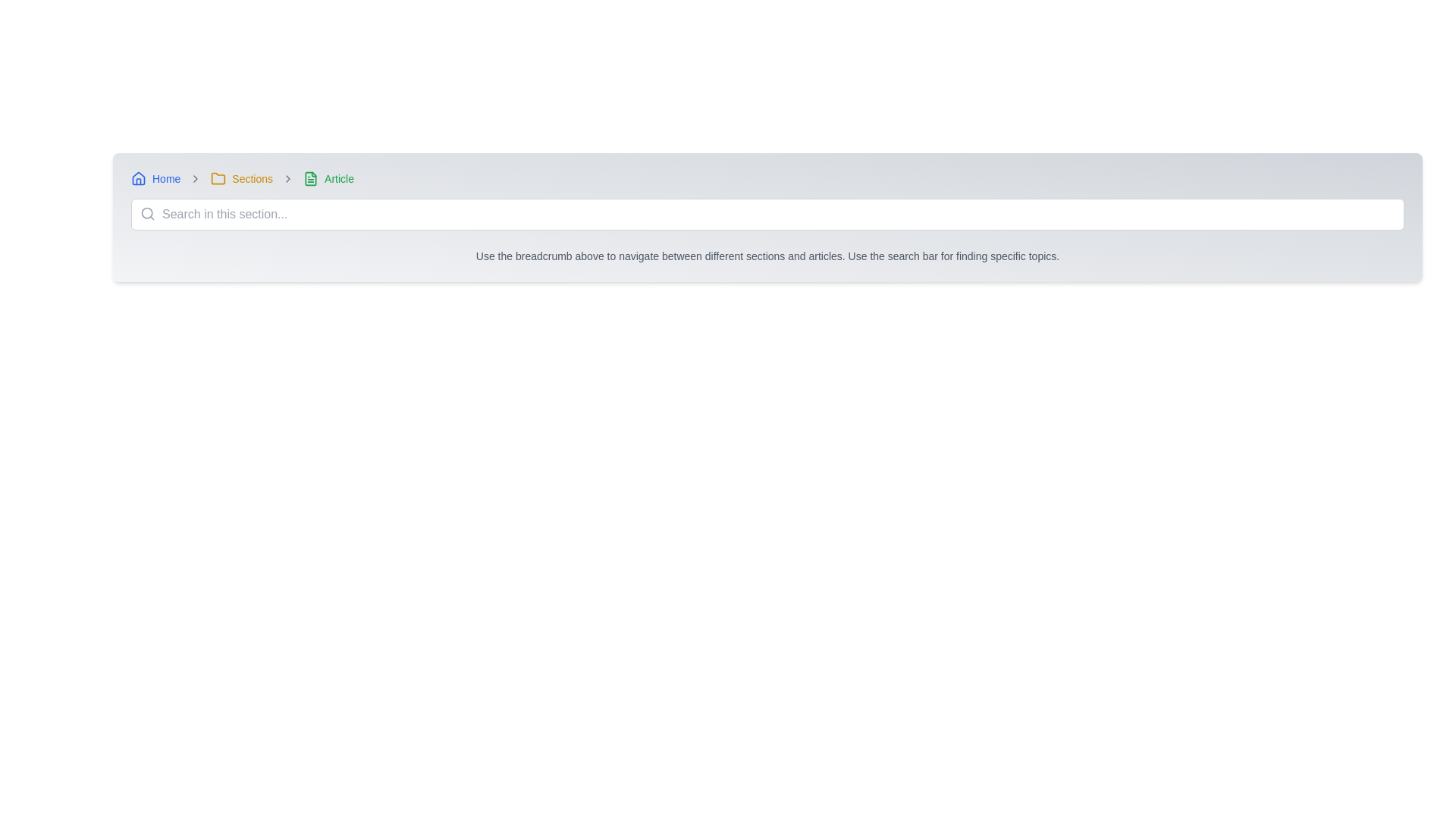 The image size is (1456, 819). What do you see at coordinates (252, 177) in the screenshot?
I see `the 'Sections' clickable text link in the breadcrumb navigation bar` at bounding box center [252, 177].